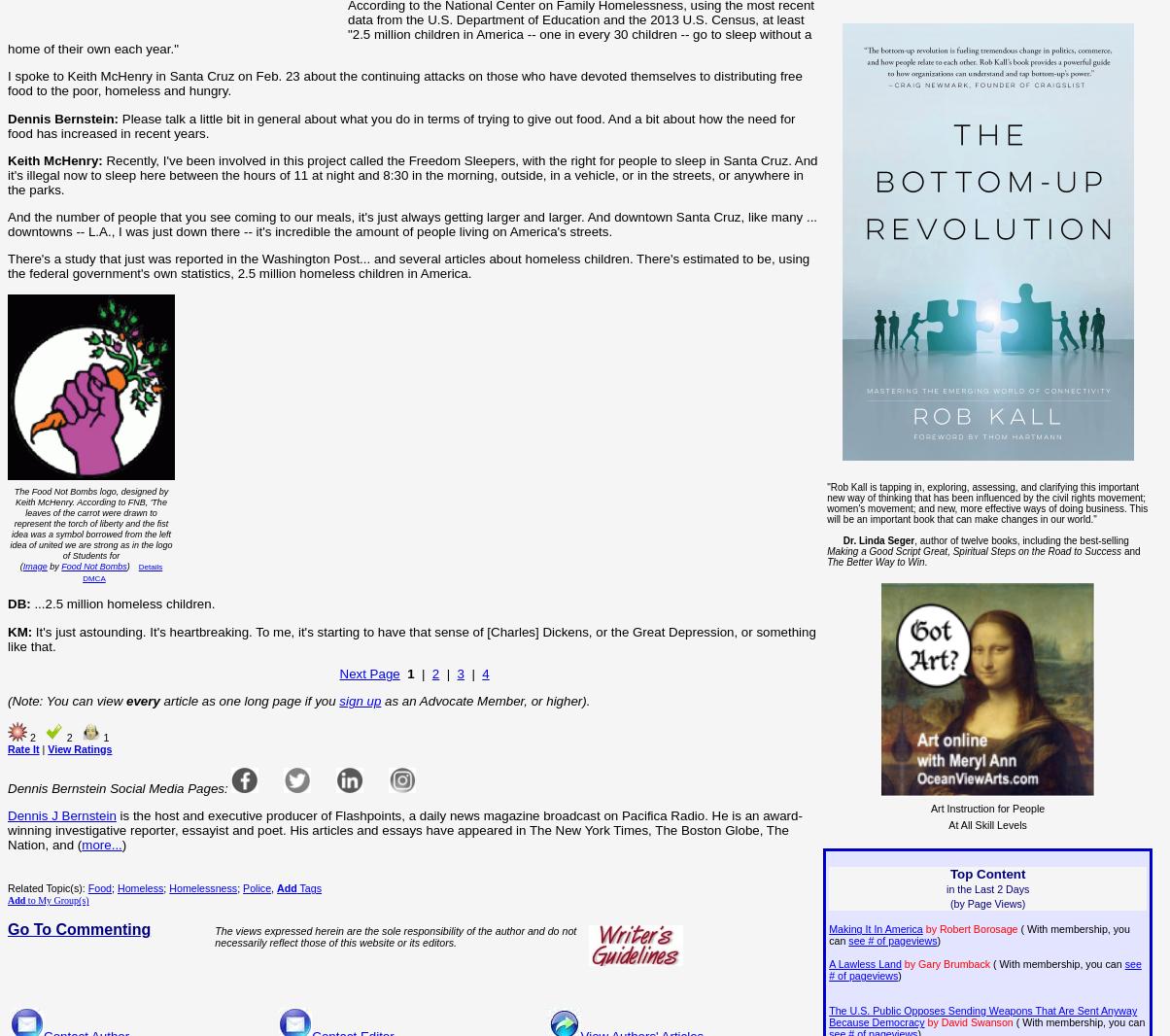 Image resolution: width=1170 pixels, height=1036 pixels. Describe the element at coordinates (864, 964) in the screenshot. I see `'A Lawless Land'` at that location.